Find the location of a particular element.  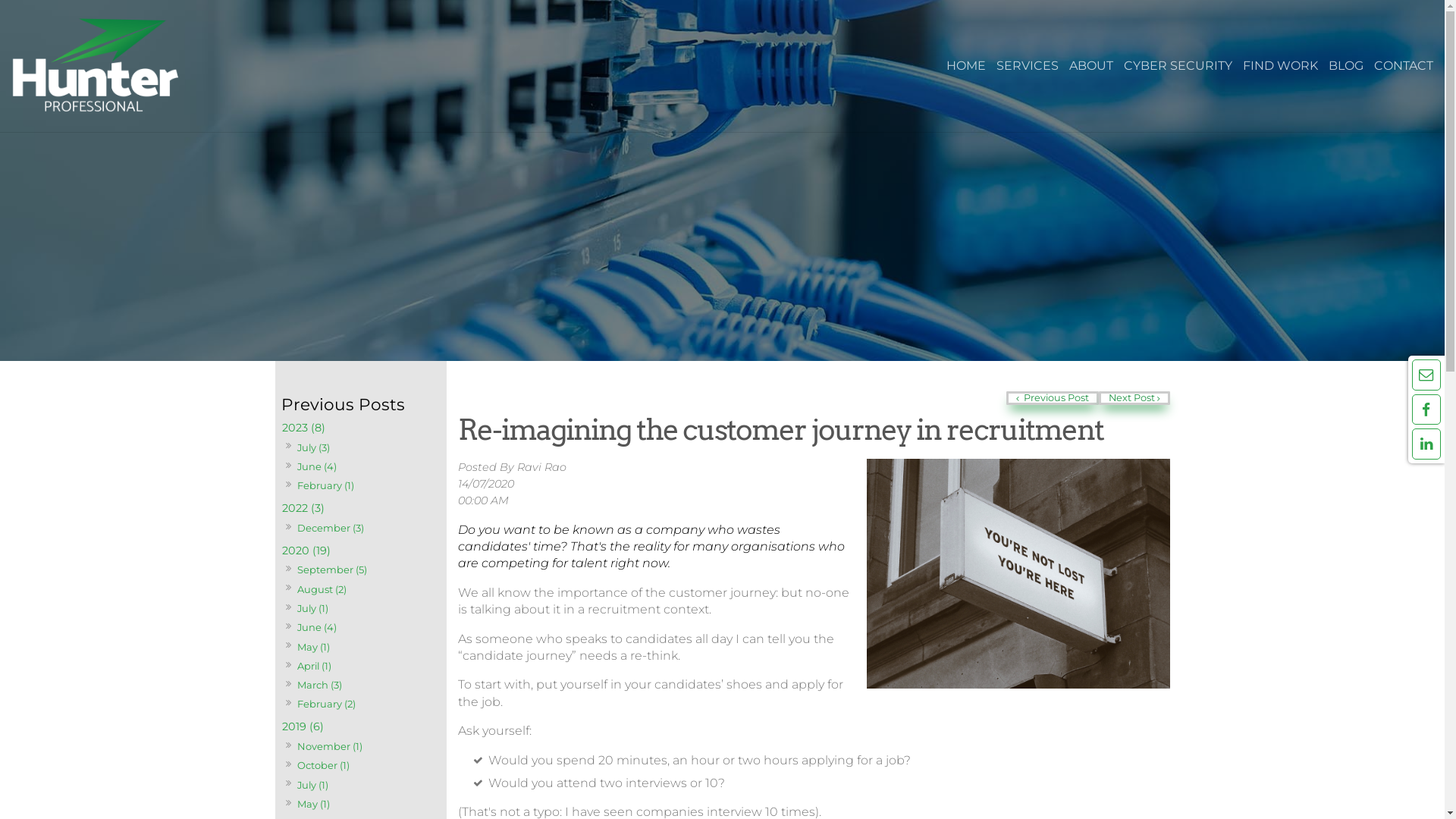

'Next Post' is located at coordinates (1099, 397).